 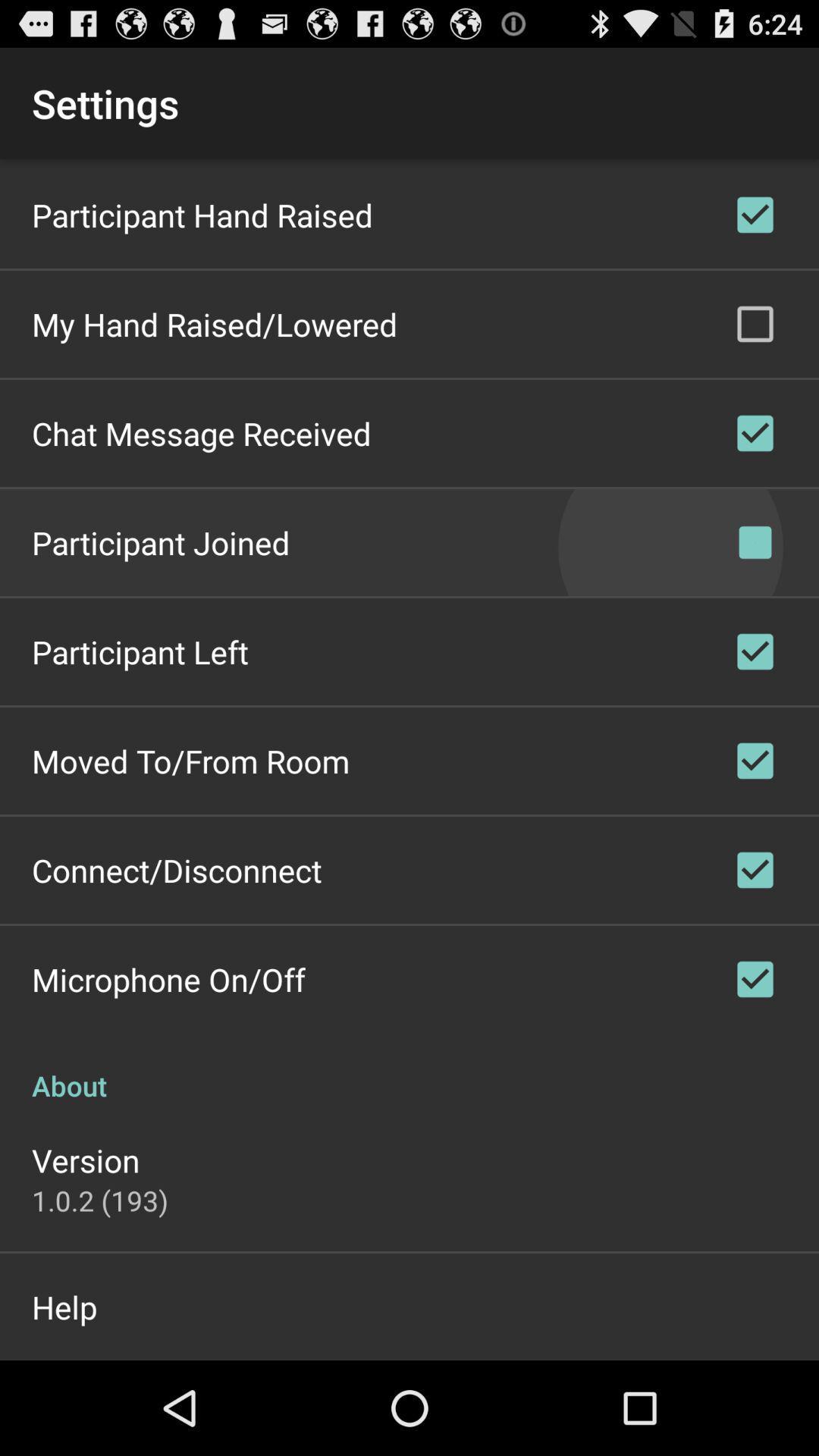 What do you see at coordinates (99, 1200) in the screenshot?
I see `1 0 2` at bounding box center [99, 1200].